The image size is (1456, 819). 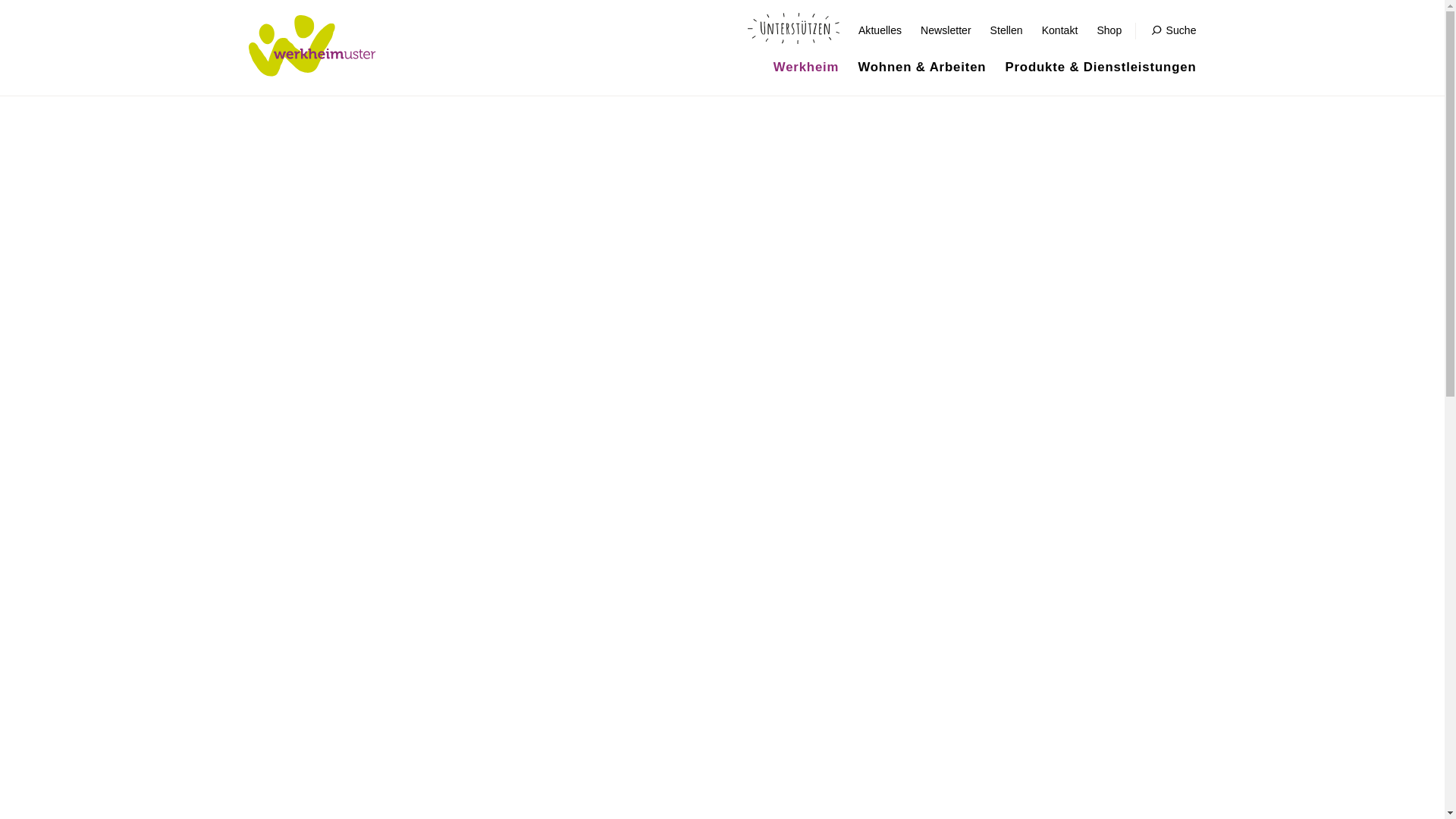 What do you see at coordinates (880, 30) in the screenshot?
I see `'Aktuelles'` at bounding box center [880, 30].